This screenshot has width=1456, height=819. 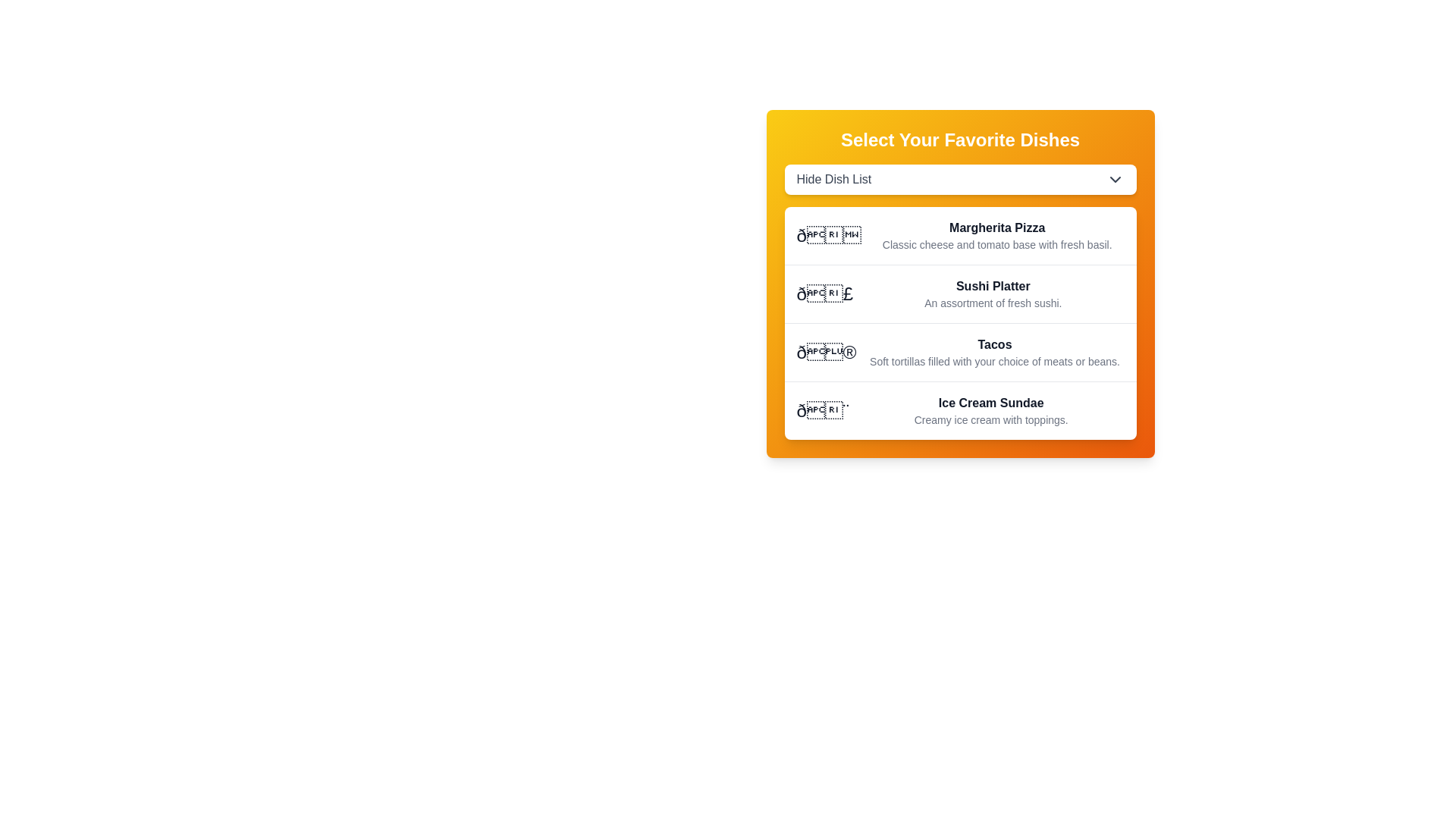 What do you see at coordinates (991, 420) in the screenshot?
I see `the static text that reads 'Creamy ice cream with toppings.' positioned below the title 'Ice Cream Sundae' in the dish selection interface` at bounding box center [991, 420].